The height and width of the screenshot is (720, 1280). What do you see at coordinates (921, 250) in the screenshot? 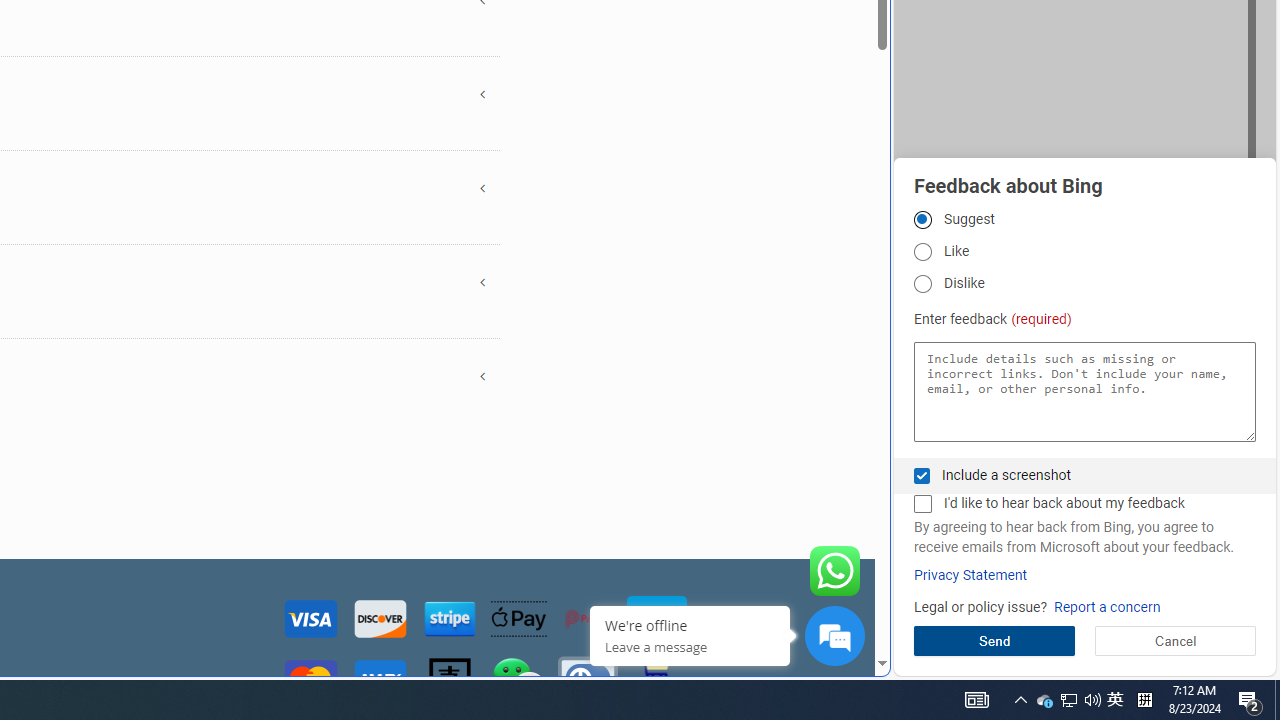
I see `'Like'` at bounding box center [921, 250].